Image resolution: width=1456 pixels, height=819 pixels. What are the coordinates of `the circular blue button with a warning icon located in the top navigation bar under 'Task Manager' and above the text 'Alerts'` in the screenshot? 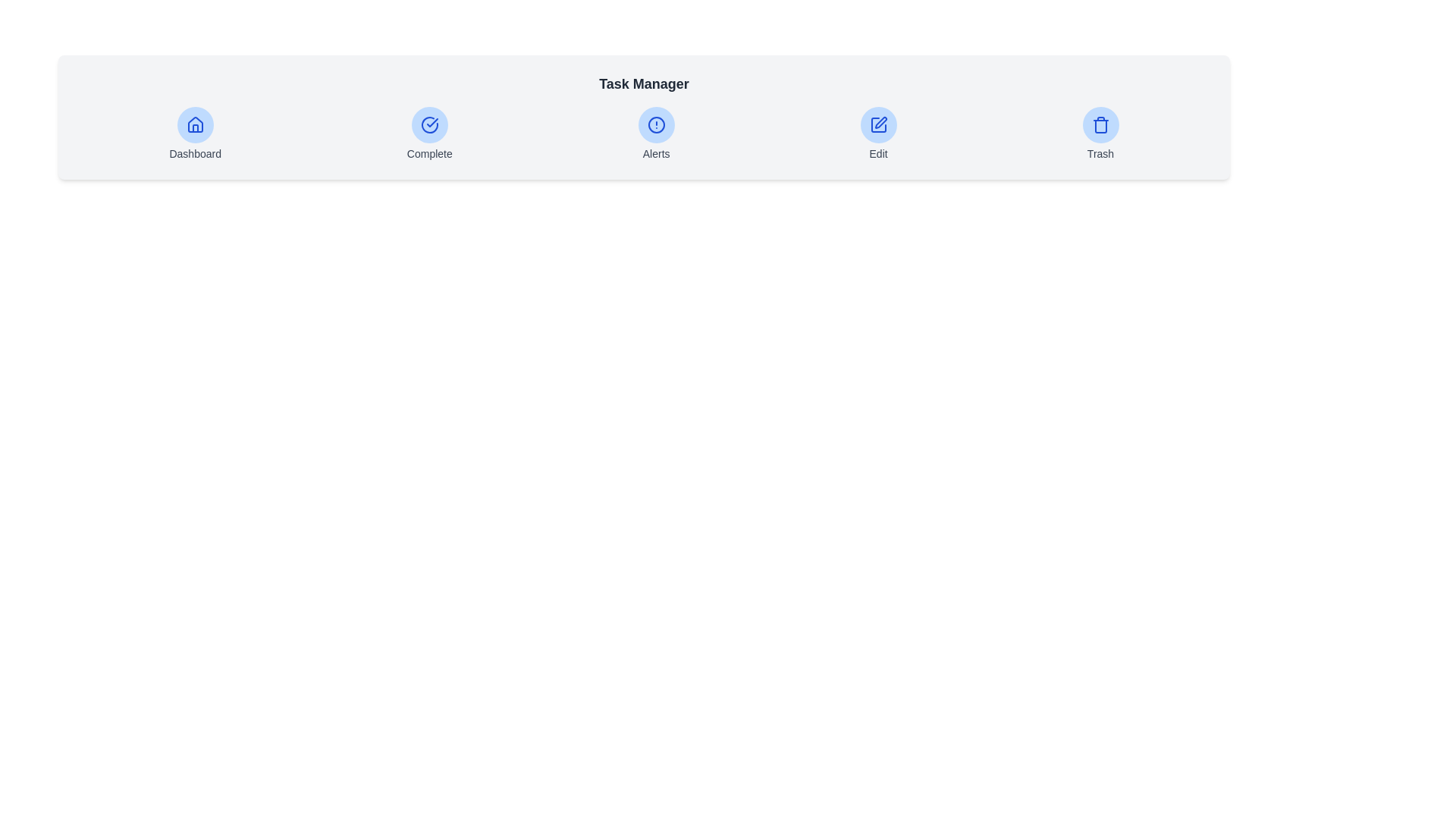 It's located at (656, 124).